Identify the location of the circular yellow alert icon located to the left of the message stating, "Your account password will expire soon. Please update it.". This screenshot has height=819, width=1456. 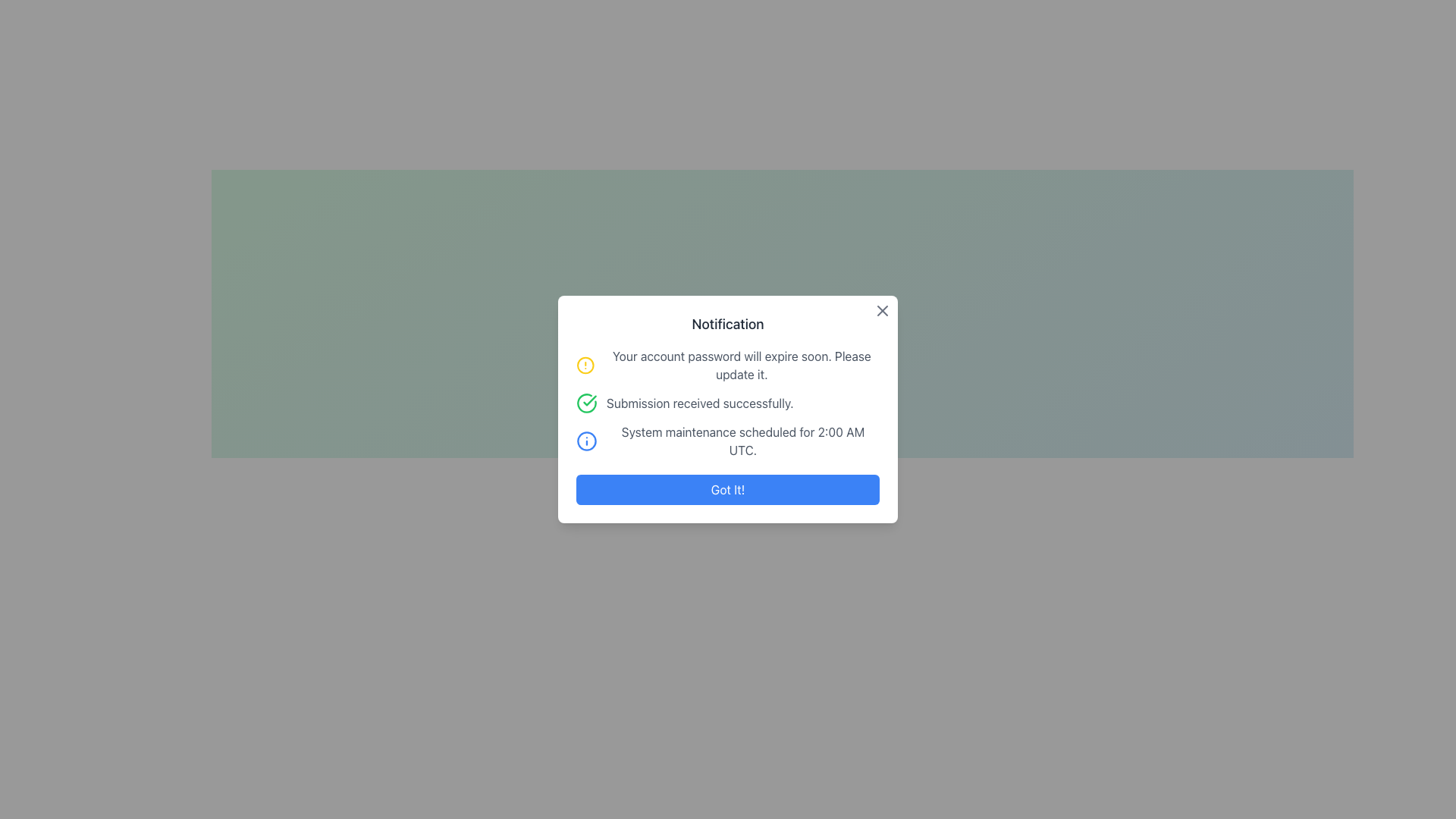
(585, 366).